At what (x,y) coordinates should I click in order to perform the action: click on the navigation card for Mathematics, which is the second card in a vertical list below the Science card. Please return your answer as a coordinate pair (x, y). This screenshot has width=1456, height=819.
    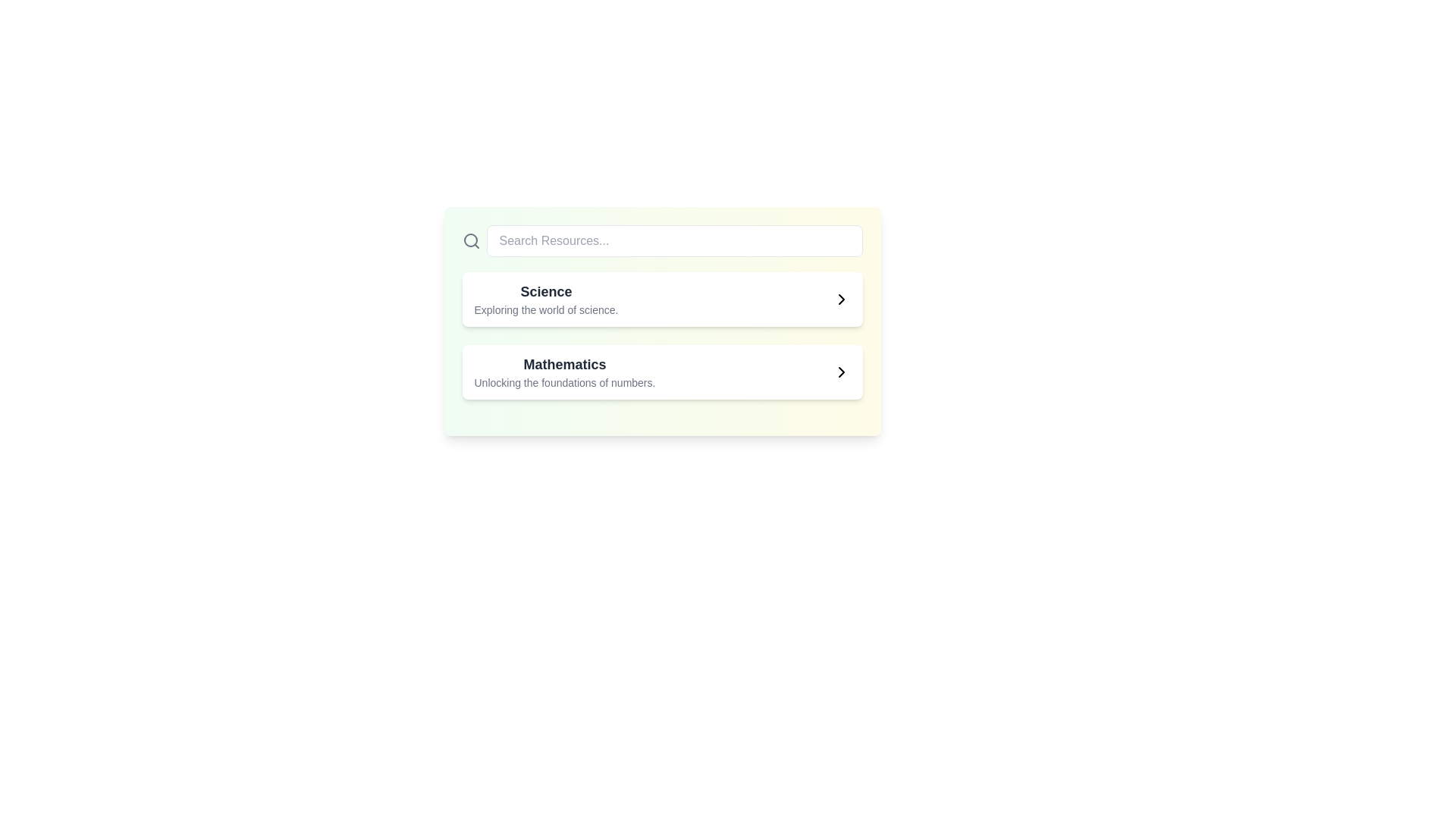
    Looking at the image, I should click on (662, 372).